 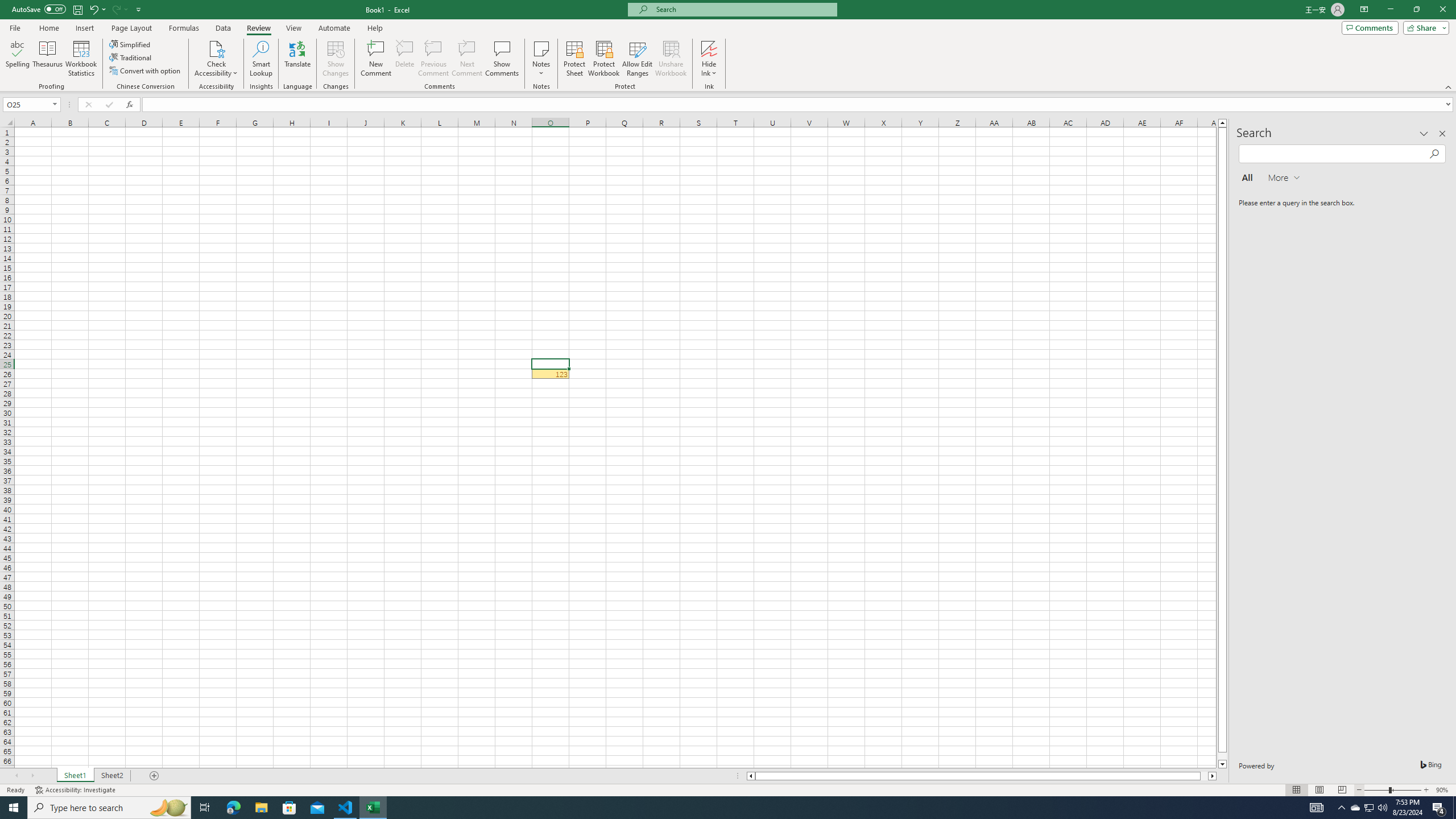 What do you see at coordinates (130, 44) in the screenshot?
I see `'Simplified'` at bounding box center [130, 44].